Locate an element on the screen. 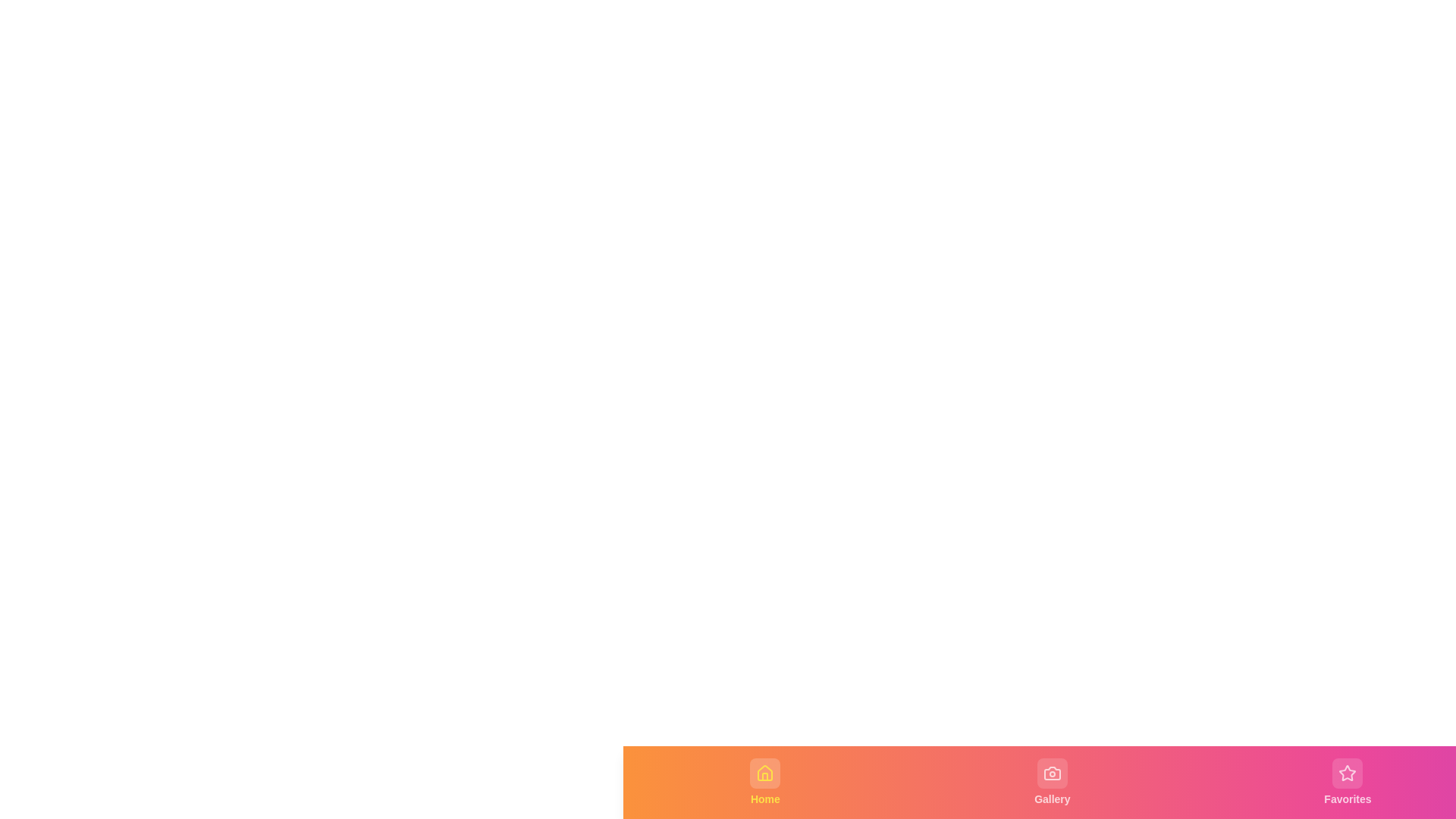 The height and width of the screenshot is (819, 1456). the navigation tab labeled Home is located at coordinates (765, 783).